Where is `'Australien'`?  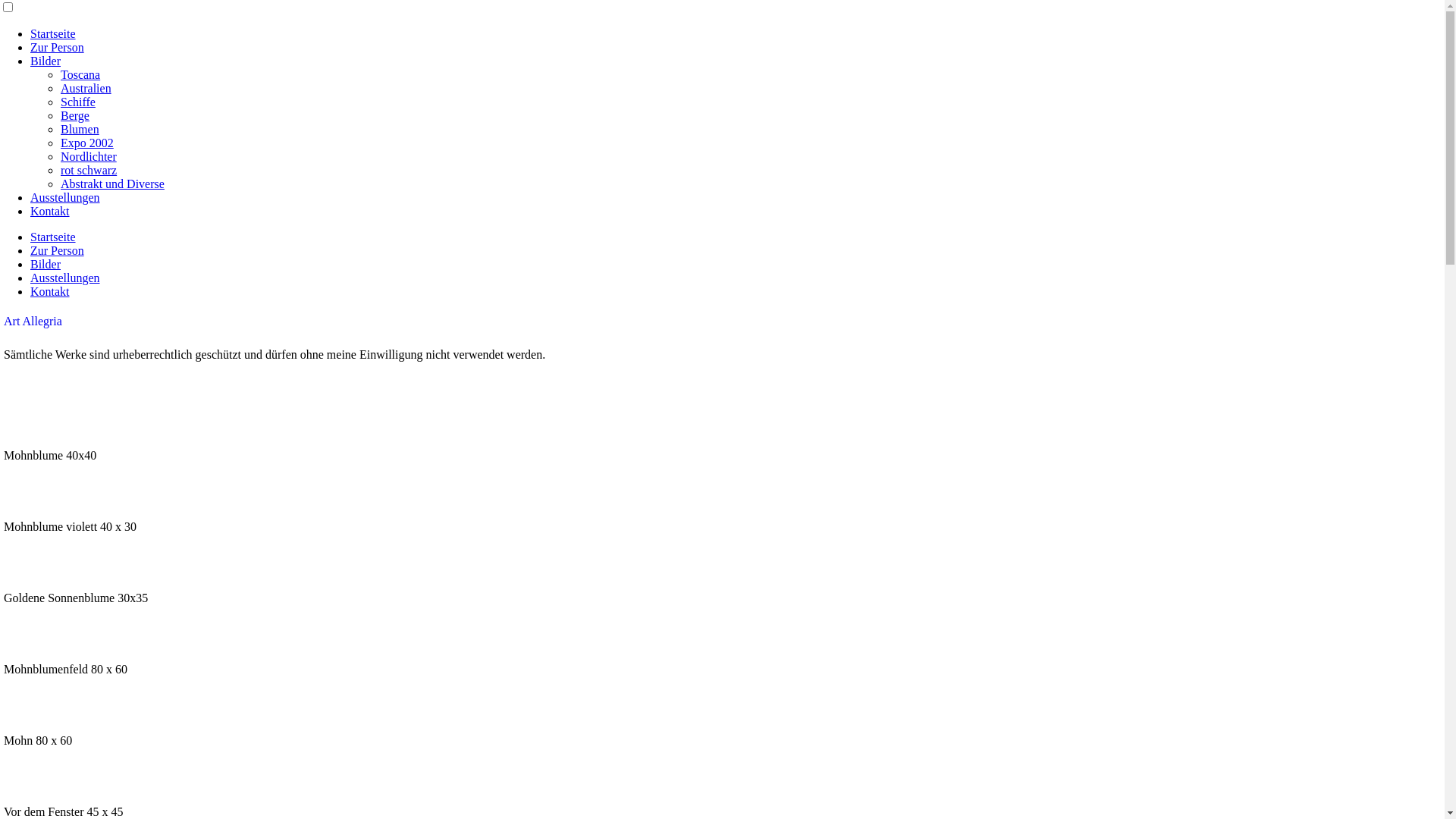
'Australien' is located at coordinates (85, 88).